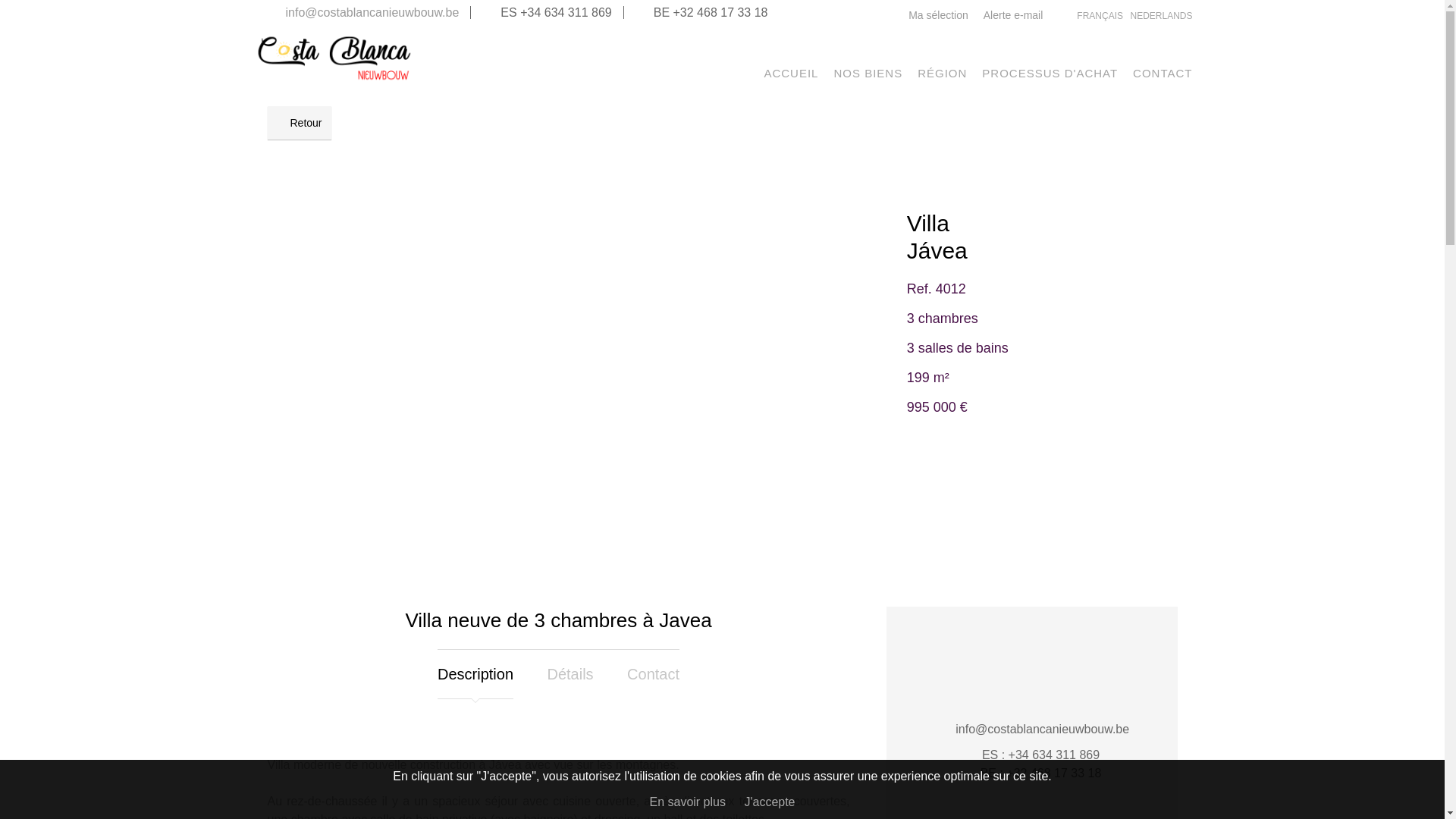 This screenshot has height=819, width=1456. I want to click on 'J'accepte', so click(769, 801).